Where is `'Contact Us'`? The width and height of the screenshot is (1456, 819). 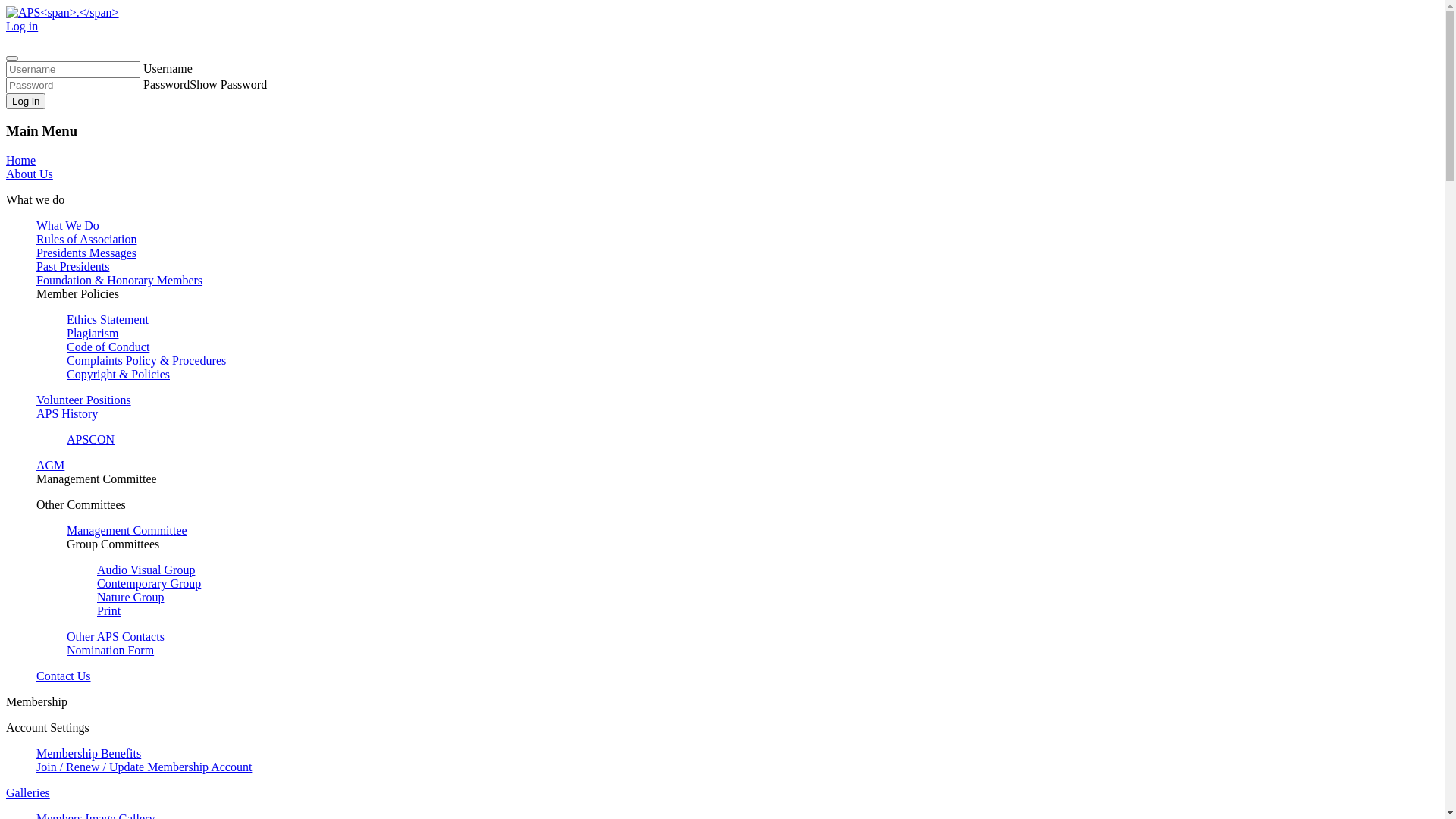
'Contact Us' is located at coordinates (62, 675).